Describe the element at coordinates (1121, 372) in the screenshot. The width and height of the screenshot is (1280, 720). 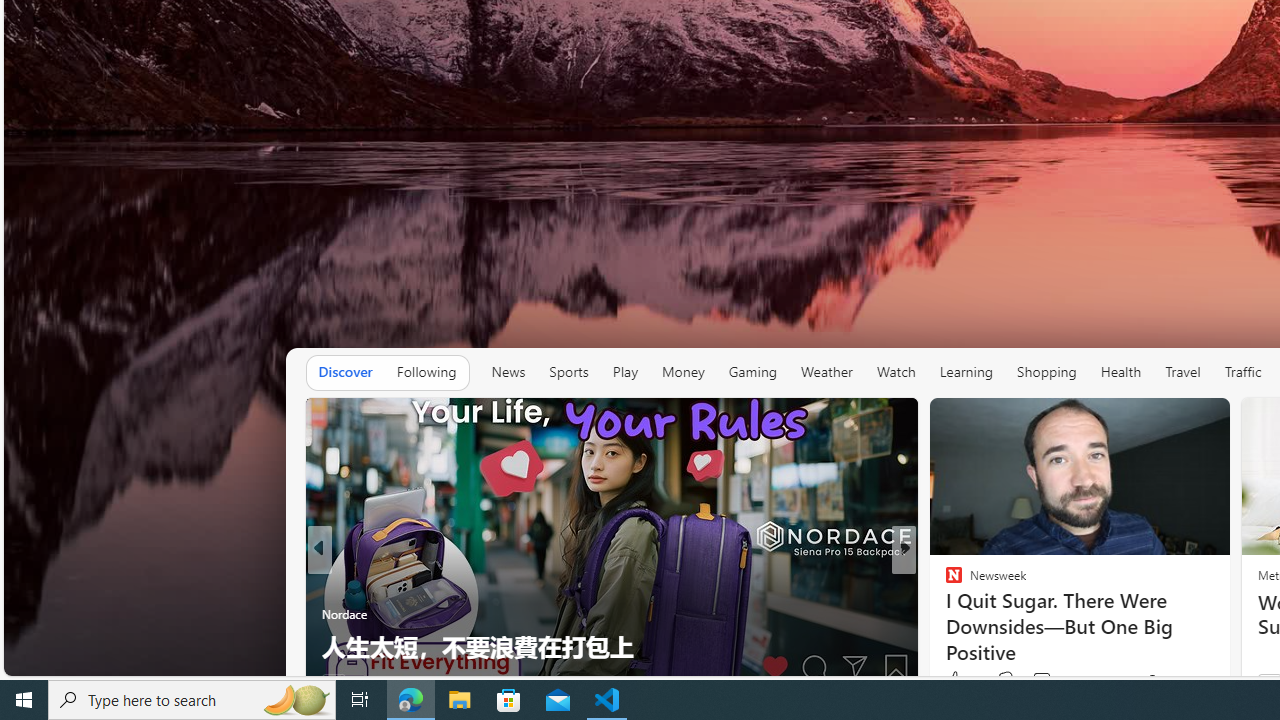
I see `'Health'` at that location.